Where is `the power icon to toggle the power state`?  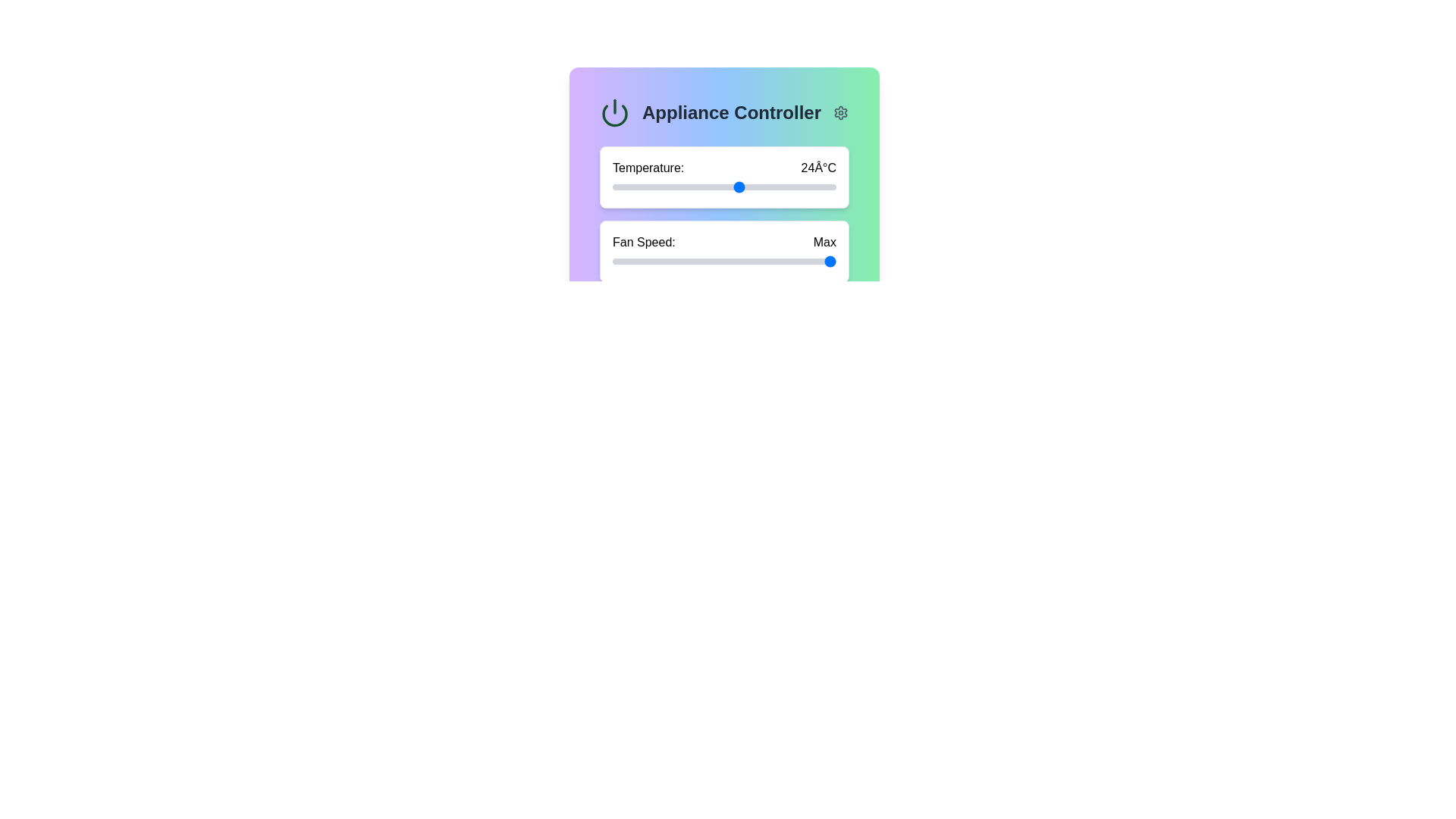 the power icon to toggle the power state is located at coordinates (615, 112).